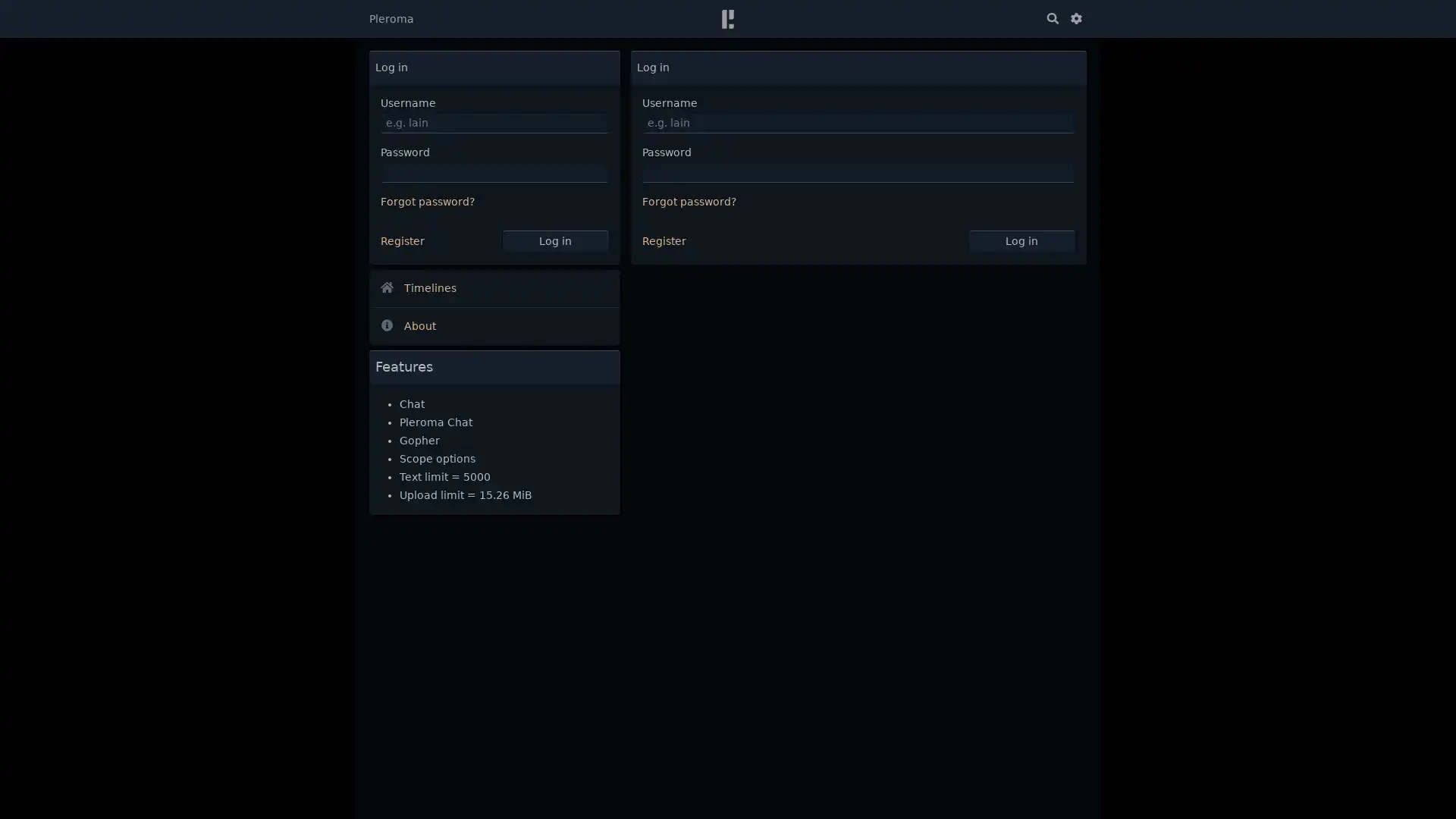 The image size is (1456, 819). I want to click on Log in, so click(1021, 240).